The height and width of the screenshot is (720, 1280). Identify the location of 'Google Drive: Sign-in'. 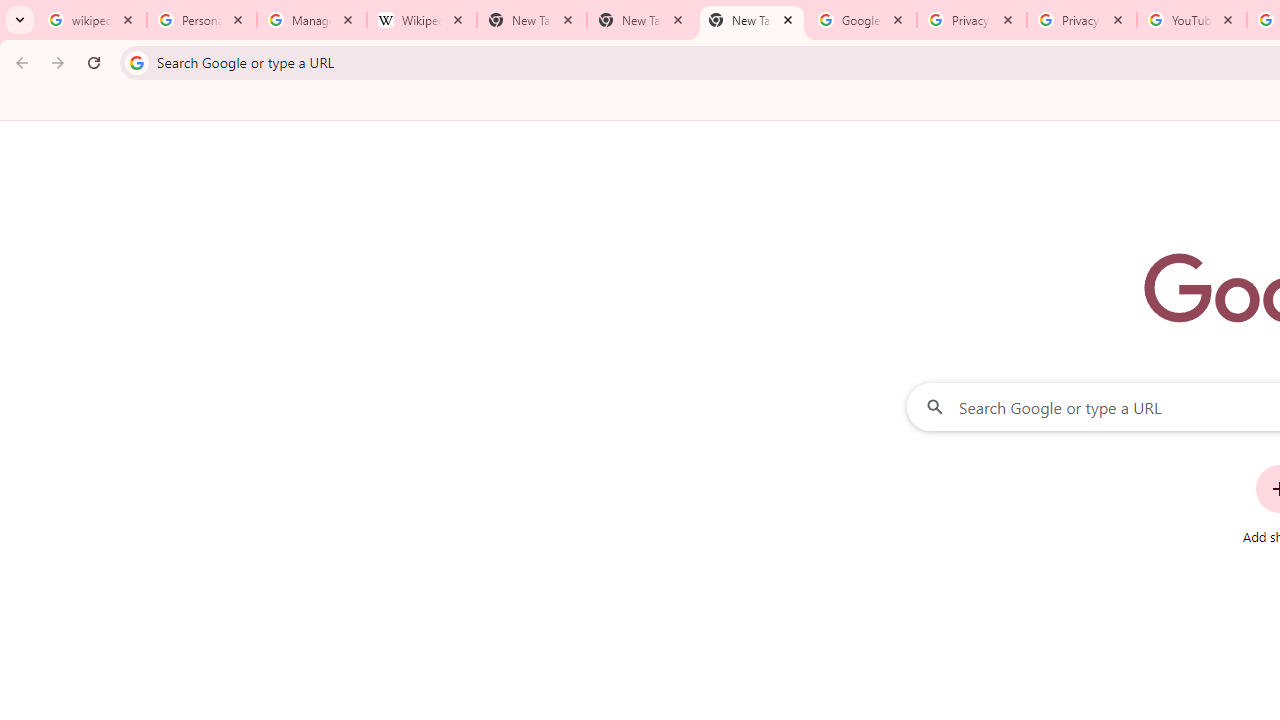
(861, 20).